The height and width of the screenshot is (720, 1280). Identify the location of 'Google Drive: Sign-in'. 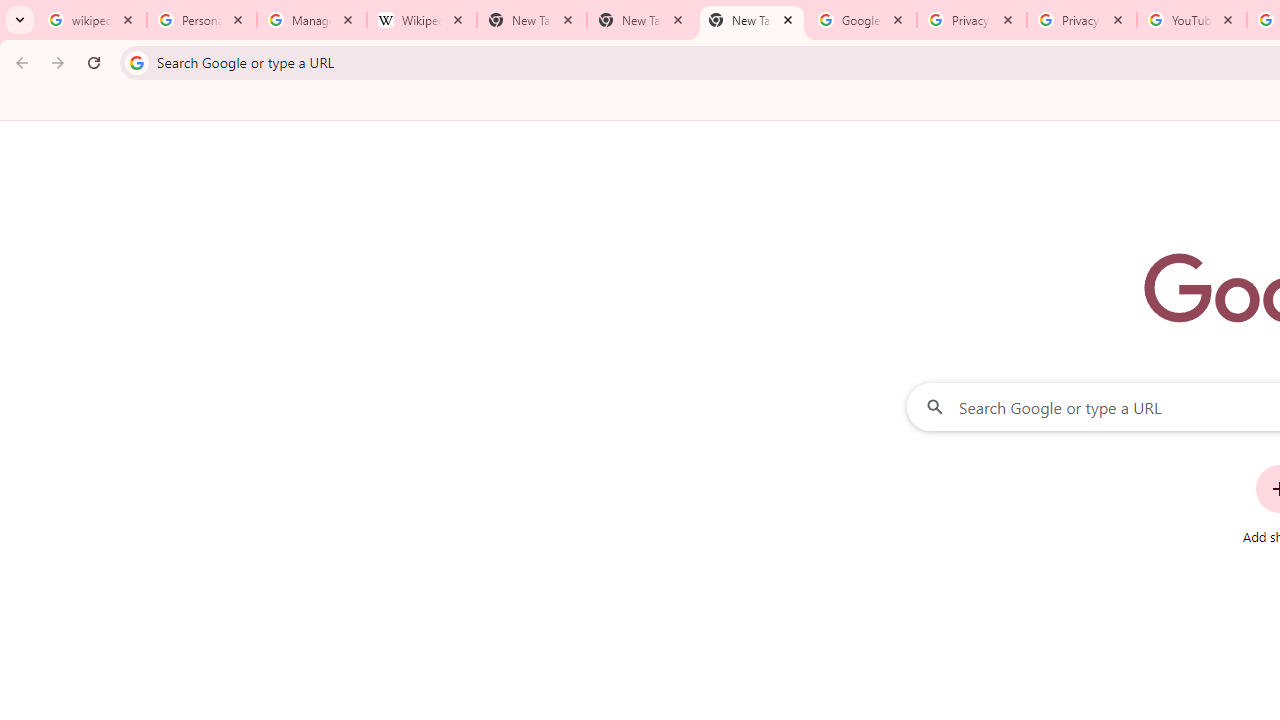
(861, 20).